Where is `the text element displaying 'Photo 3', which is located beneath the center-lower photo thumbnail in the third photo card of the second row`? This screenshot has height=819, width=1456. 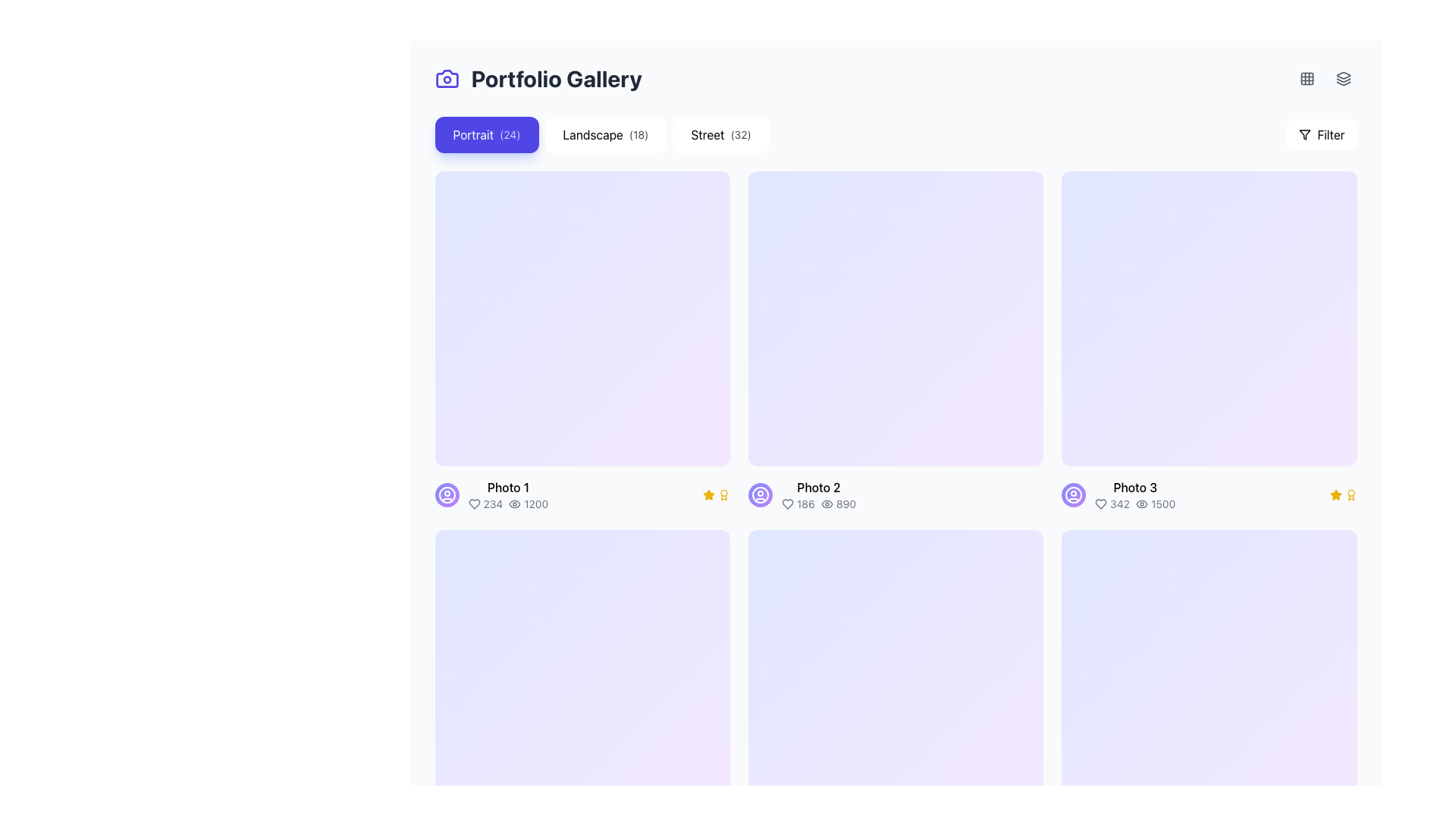
the text element displaying 'Photo 3', which is located beneath the center-lower photo thumbnail in the third photo card of the second row is located at coordinates (1135, 488).